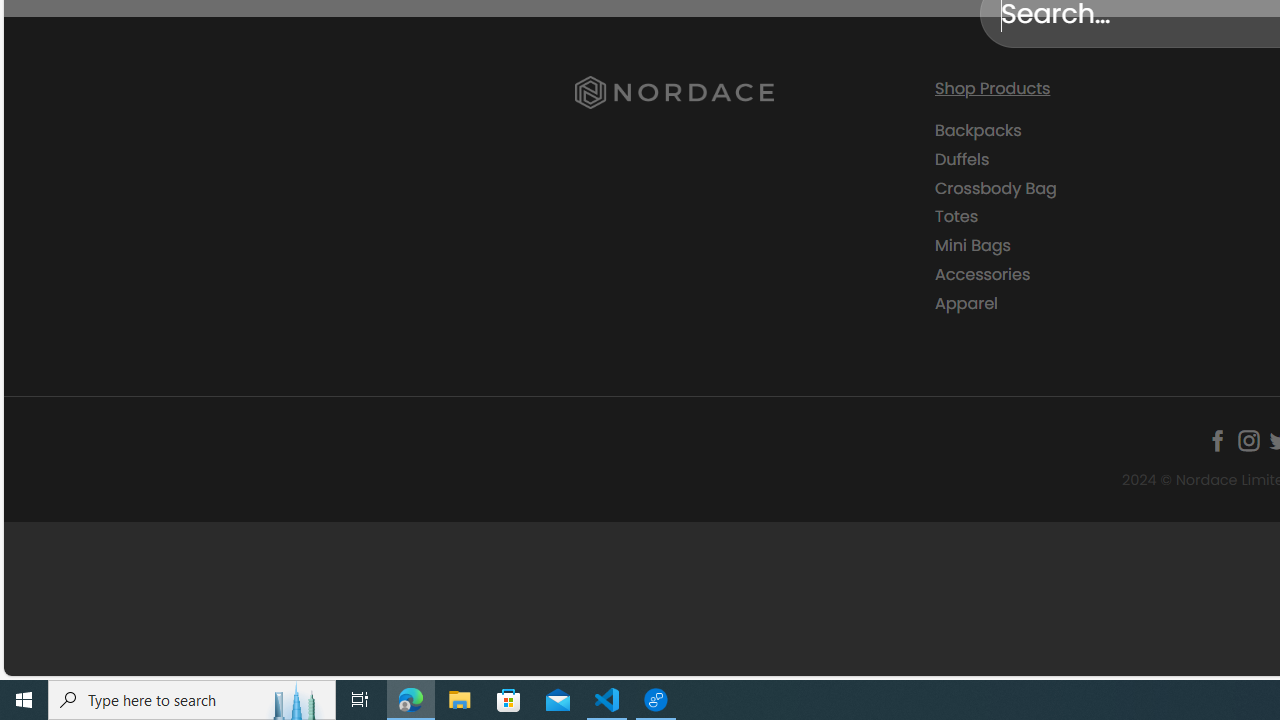 This screenshot has height=720, width=1280. What do you see at coordinates (995, 187) in the screenshot?
I see `'Crossbody Bag'` at bounding box center [995, 187].